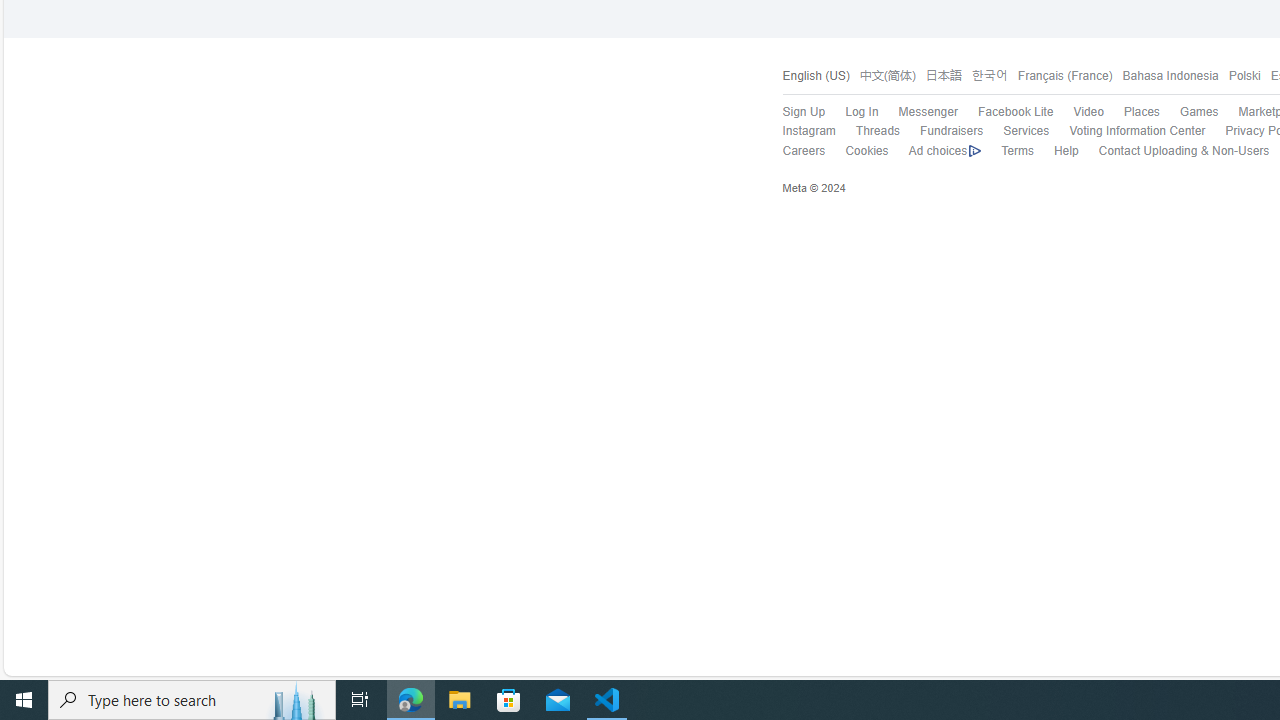 The width and height of the screenshot is (1280, 720). Describe the element at coordinates (1198, 112) in the screenshot. I see `'Games'` at that location.